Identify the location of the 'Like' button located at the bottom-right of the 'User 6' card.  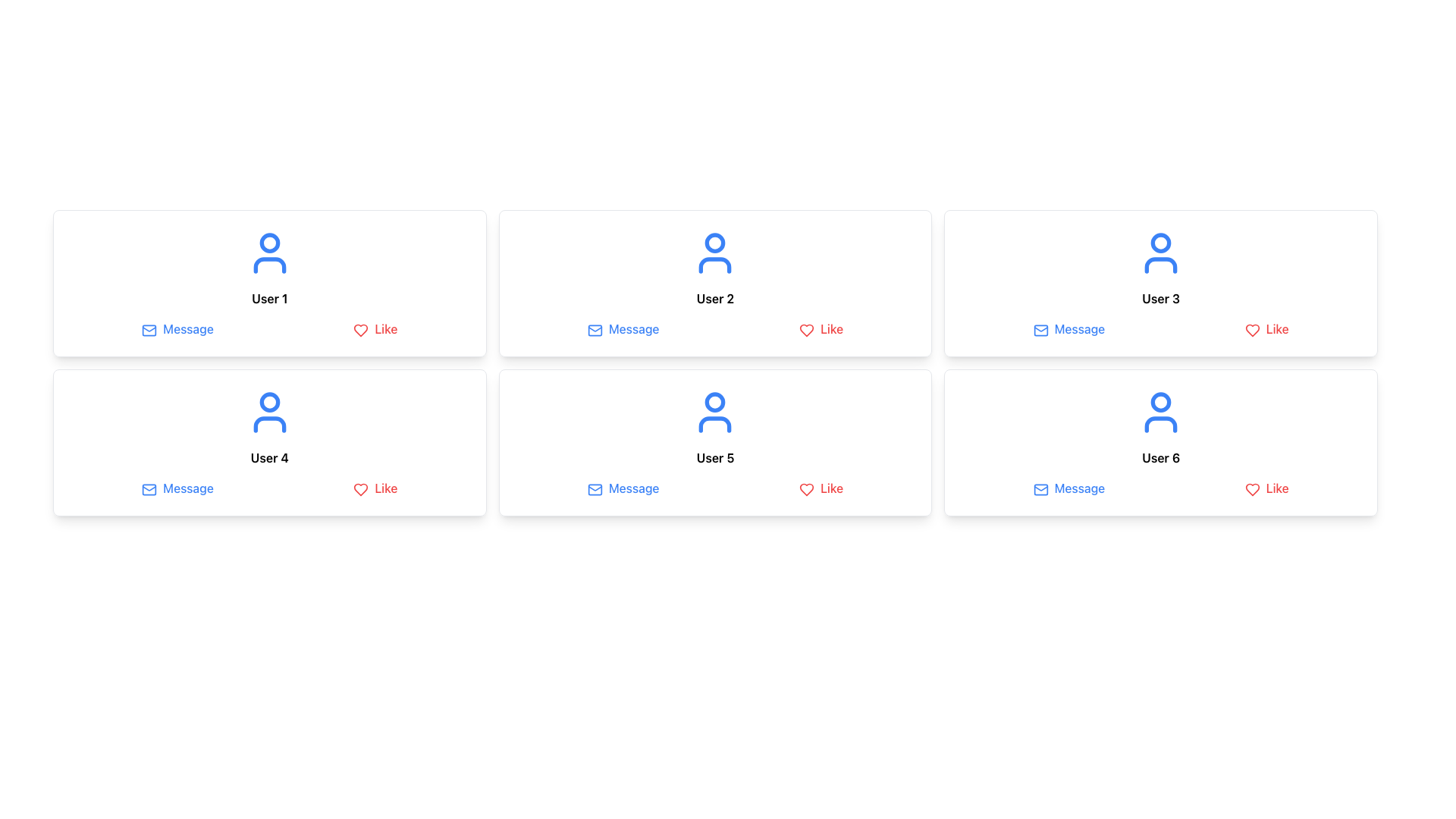
(1266, 488).